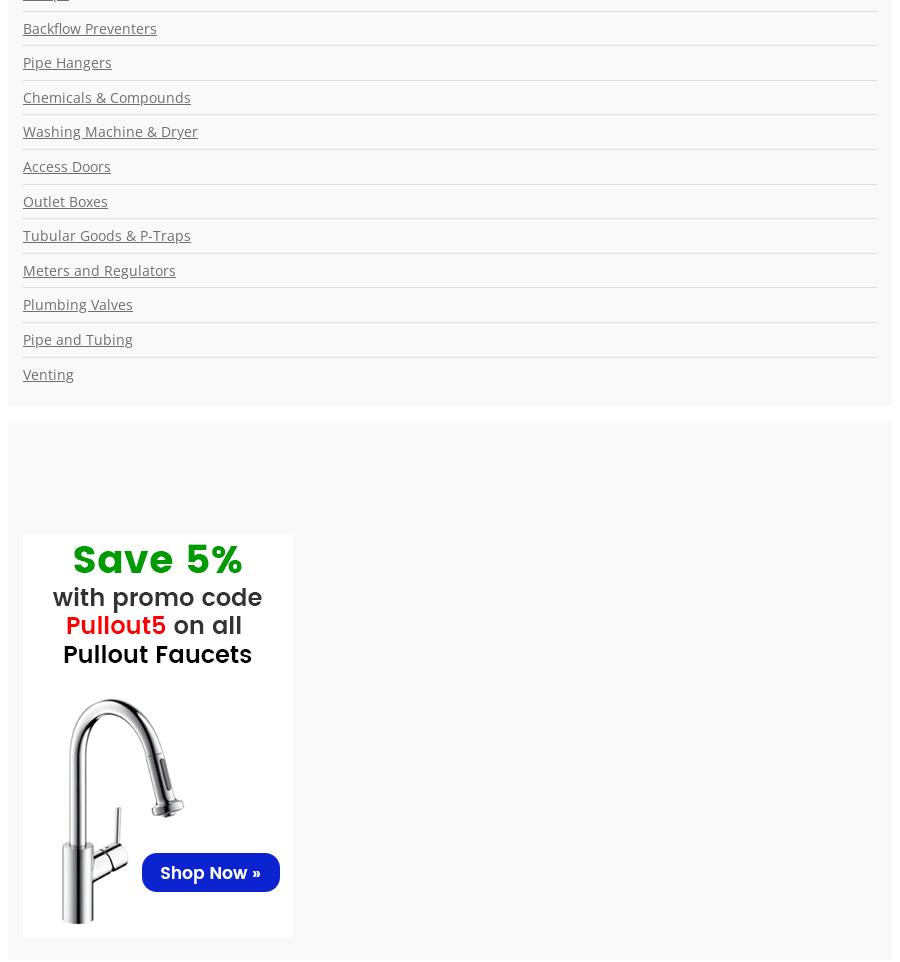  What do you see at coordinates (77, 338) in the screenshot?
I see `'Pipe and Tubing'` at bounding box center [77, 338].